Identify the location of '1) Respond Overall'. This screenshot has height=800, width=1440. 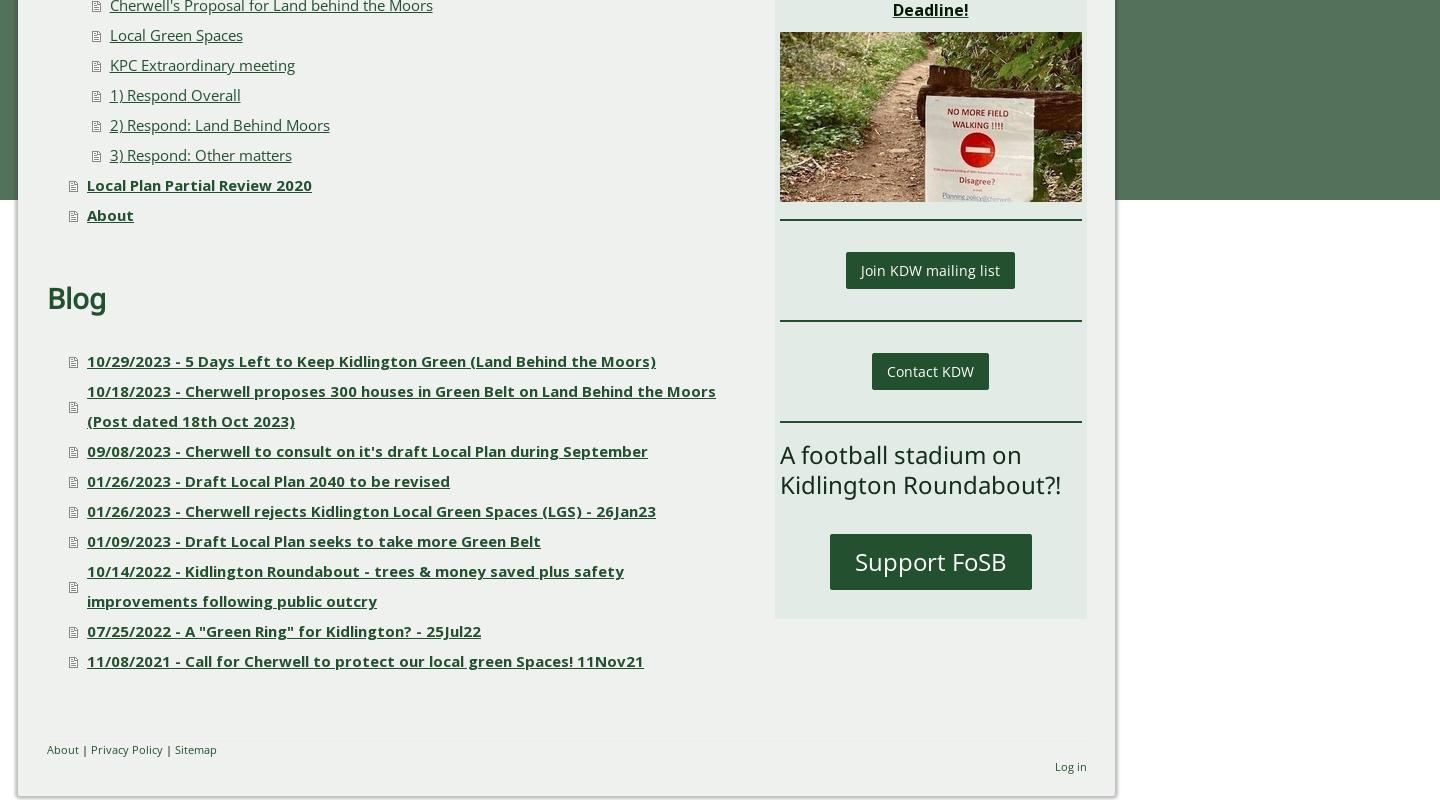
(173, 94).